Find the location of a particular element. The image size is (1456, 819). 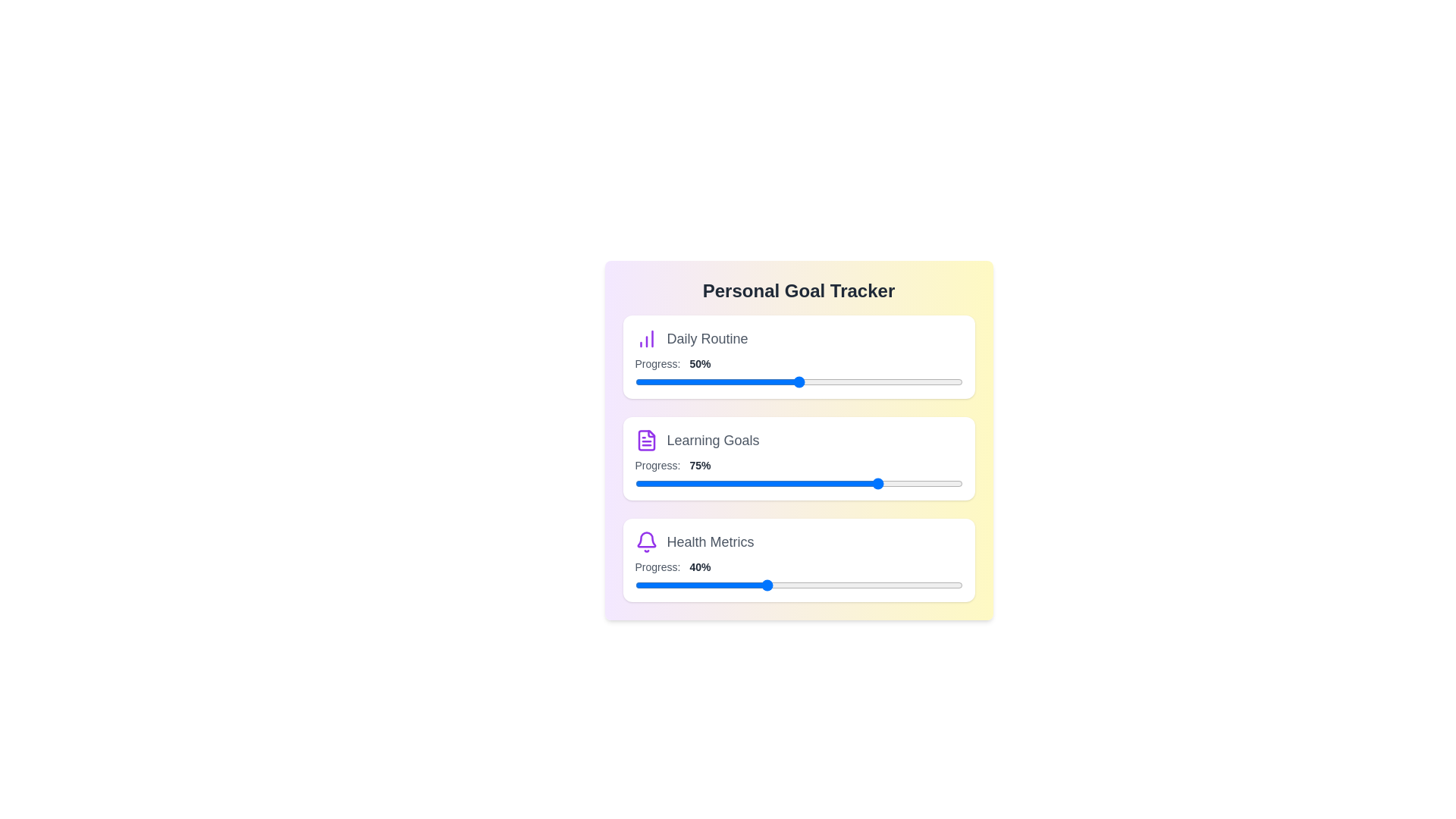

the icon corresponding to Health Metrics is located at coordinates (646, 541).